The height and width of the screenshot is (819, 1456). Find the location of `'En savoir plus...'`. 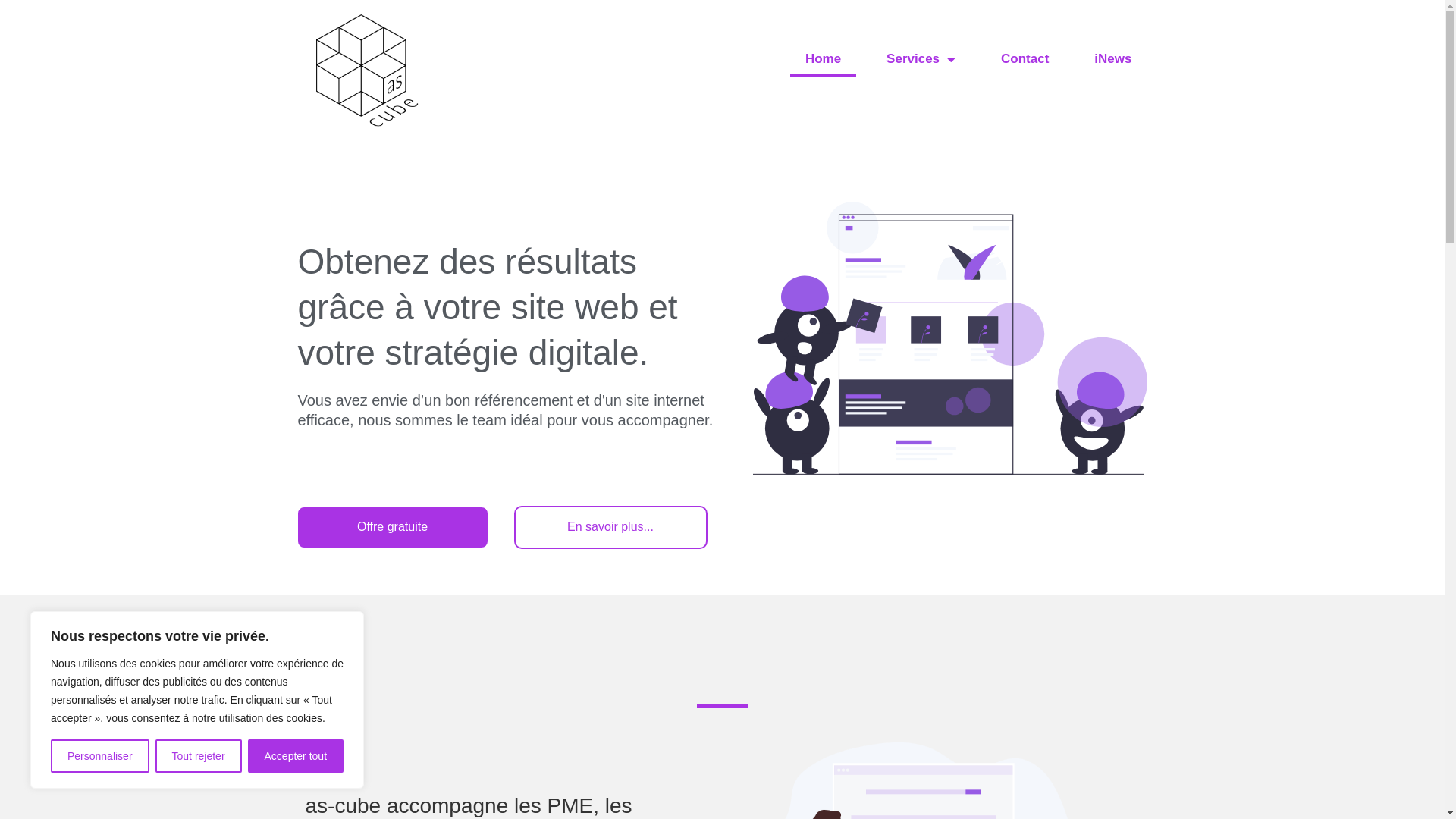

'En savoir plus...' is located at coordinates (610, 526).